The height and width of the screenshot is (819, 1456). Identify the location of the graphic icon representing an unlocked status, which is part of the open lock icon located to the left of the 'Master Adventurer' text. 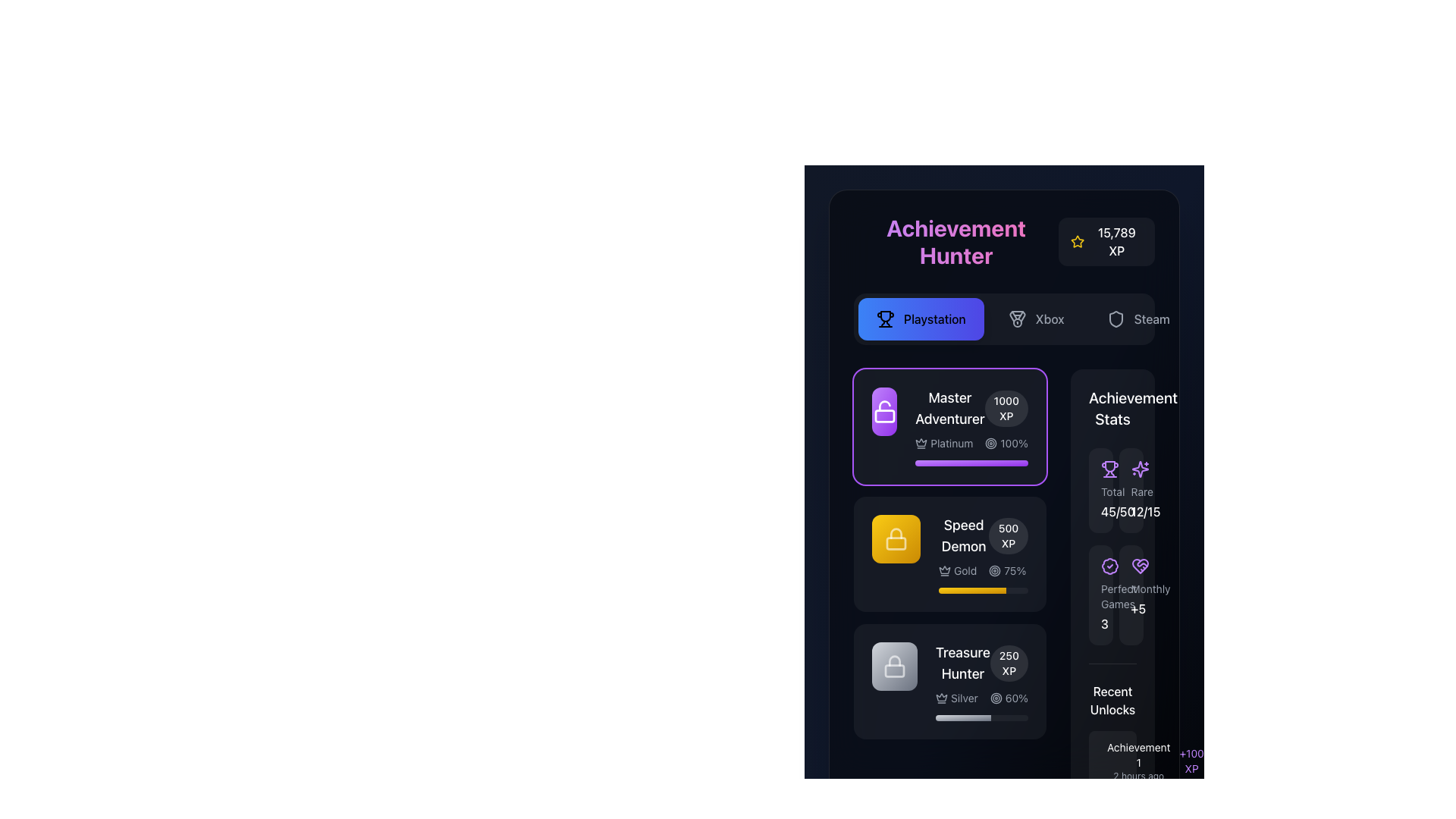
(884, 416).